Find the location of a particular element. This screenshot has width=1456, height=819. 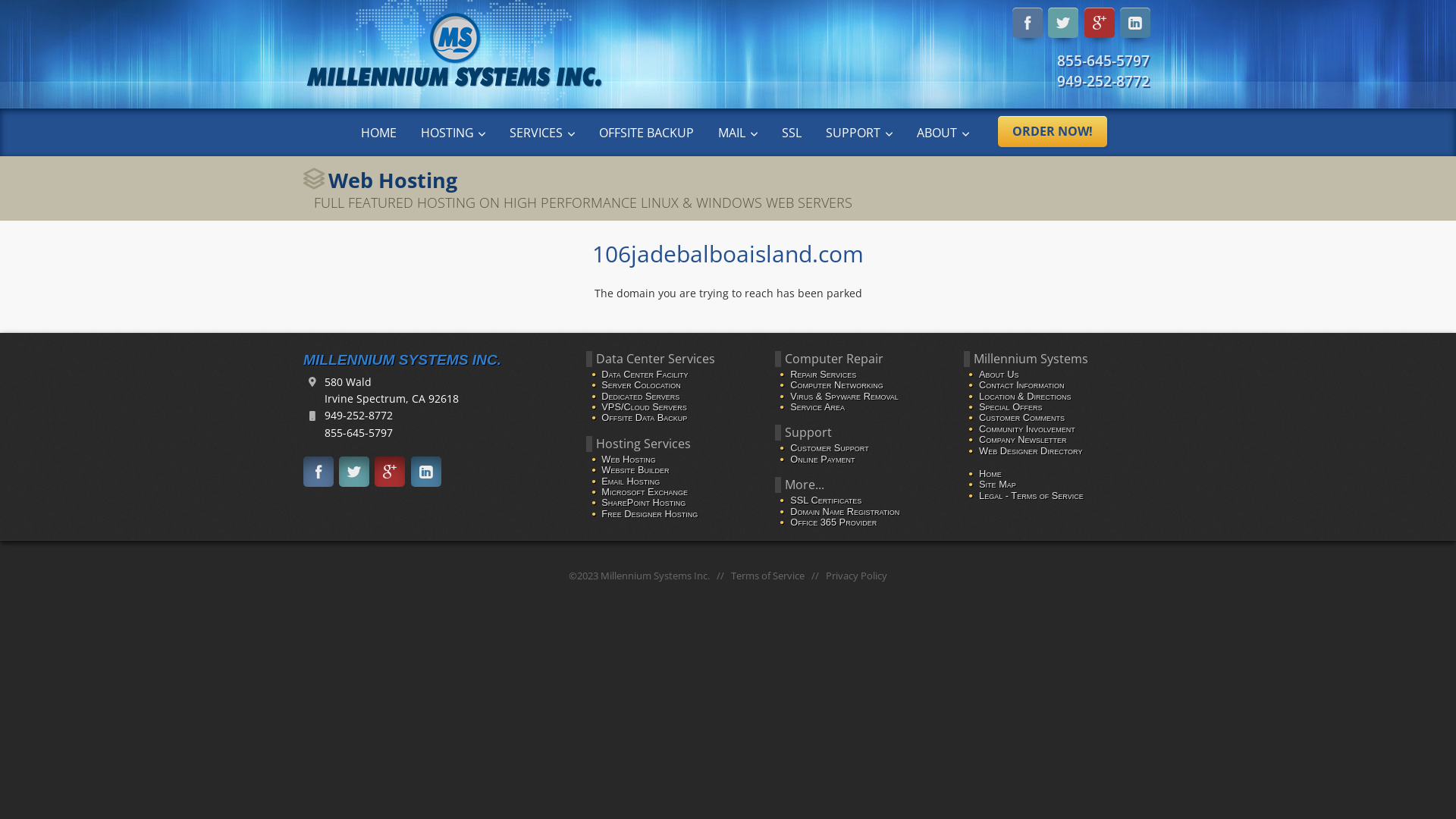

'Location & Directions' is located at coordinates (1025, 395).